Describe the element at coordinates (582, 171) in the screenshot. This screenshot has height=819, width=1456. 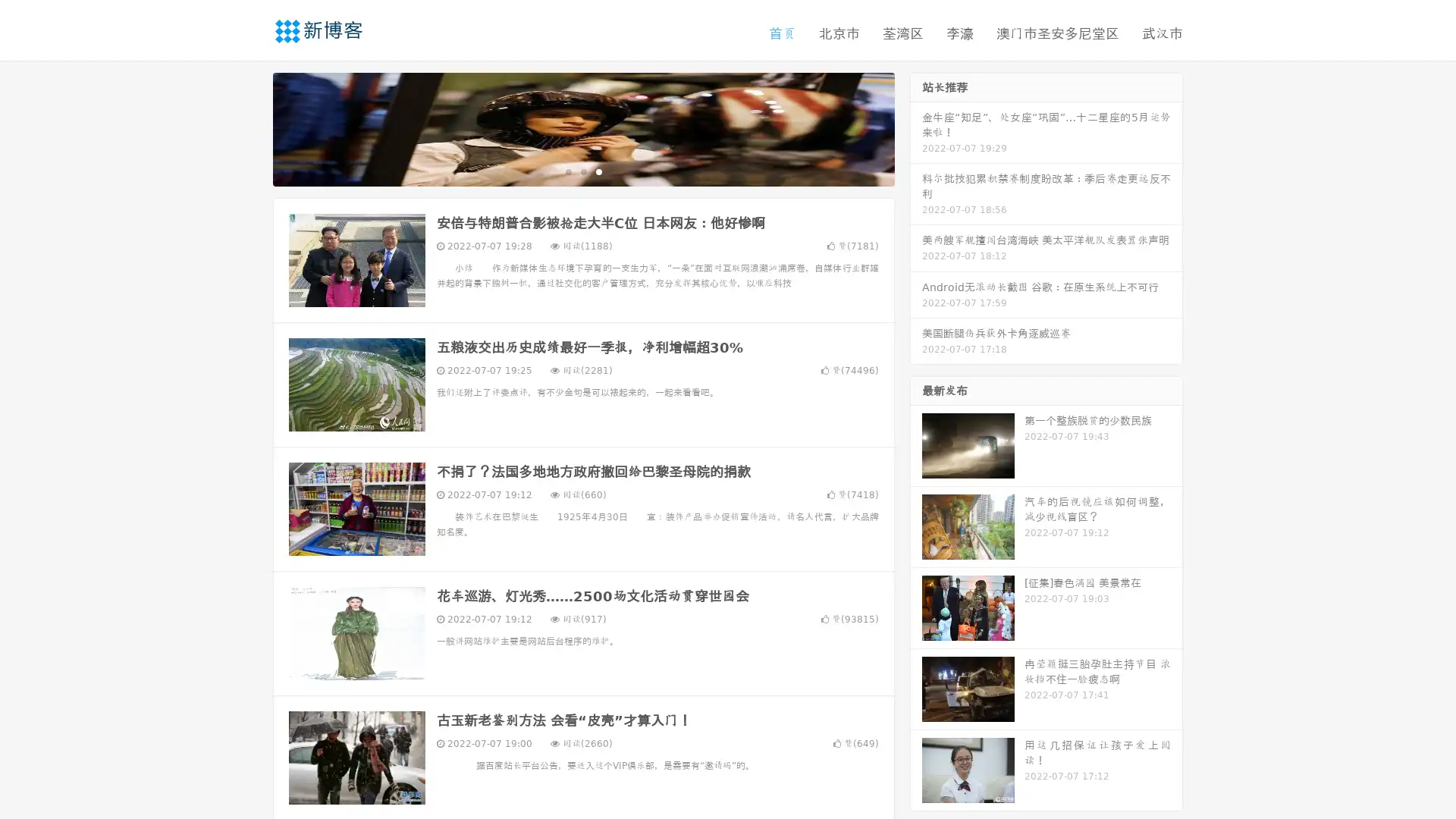
I see `Go to slide 2` at that location.